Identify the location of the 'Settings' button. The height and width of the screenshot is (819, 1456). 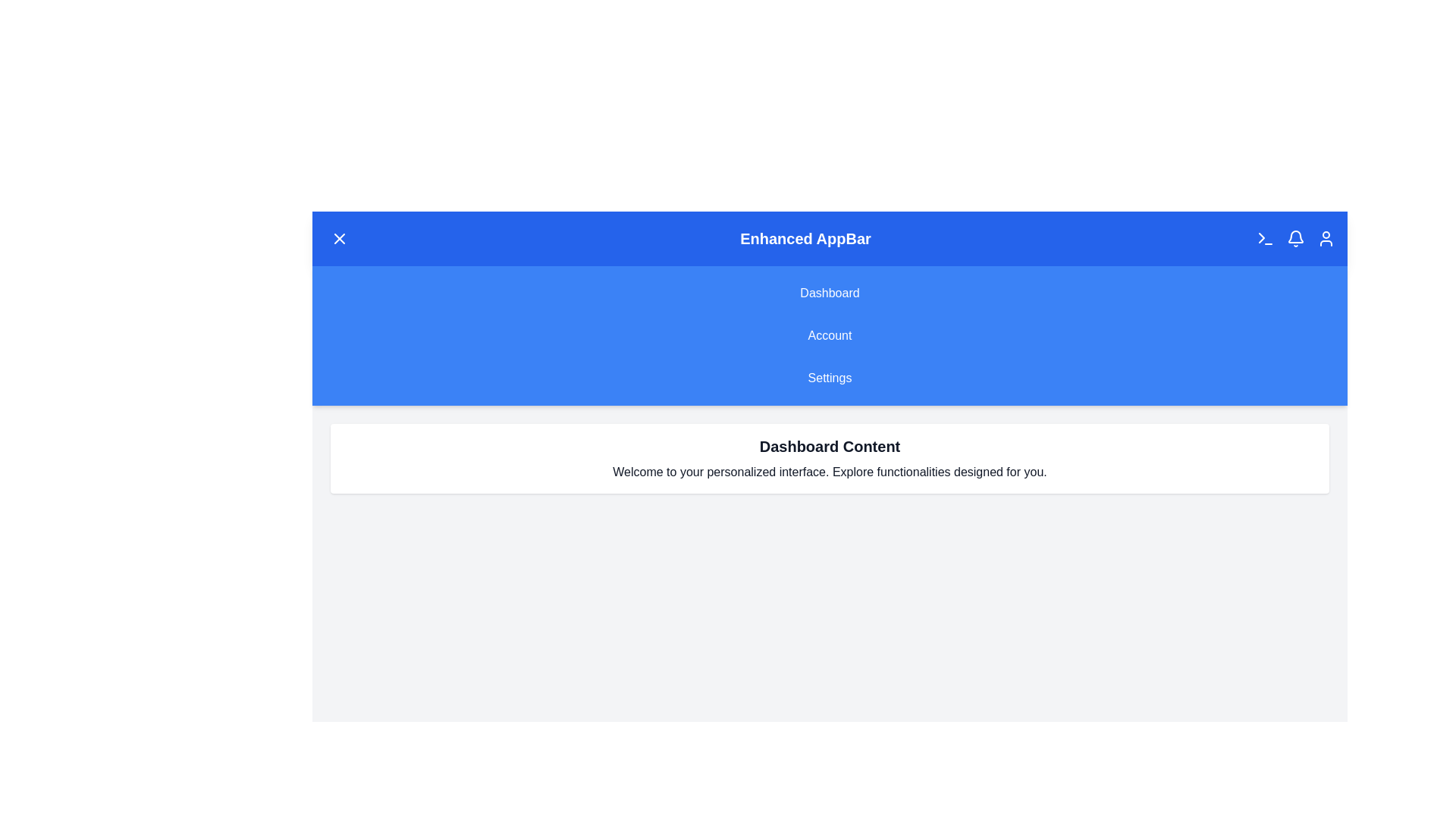
(829, 377).